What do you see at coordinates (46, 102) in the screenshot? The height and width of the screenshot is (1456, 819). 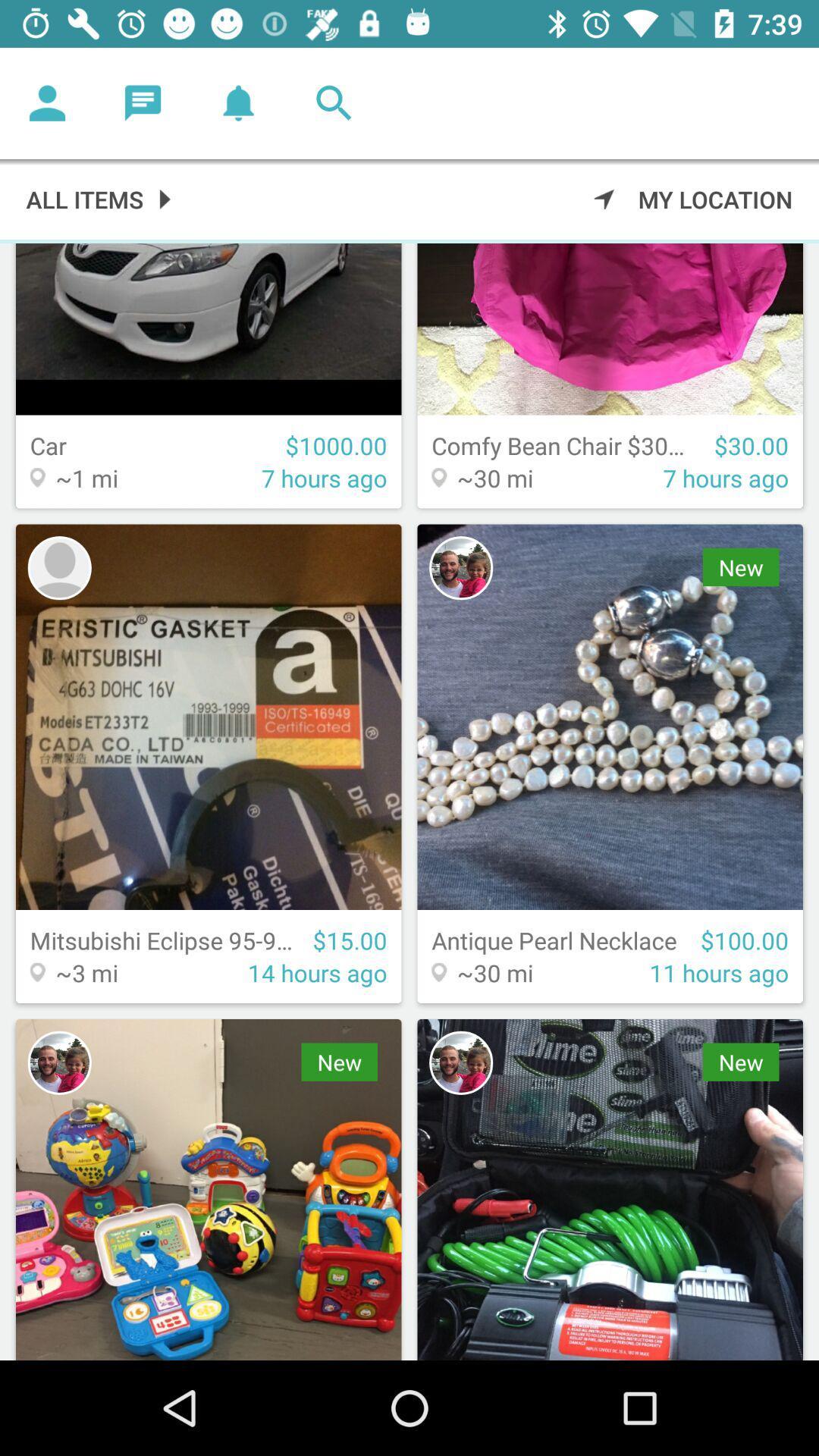 I see `my profile` at bounding box center [46, 102].